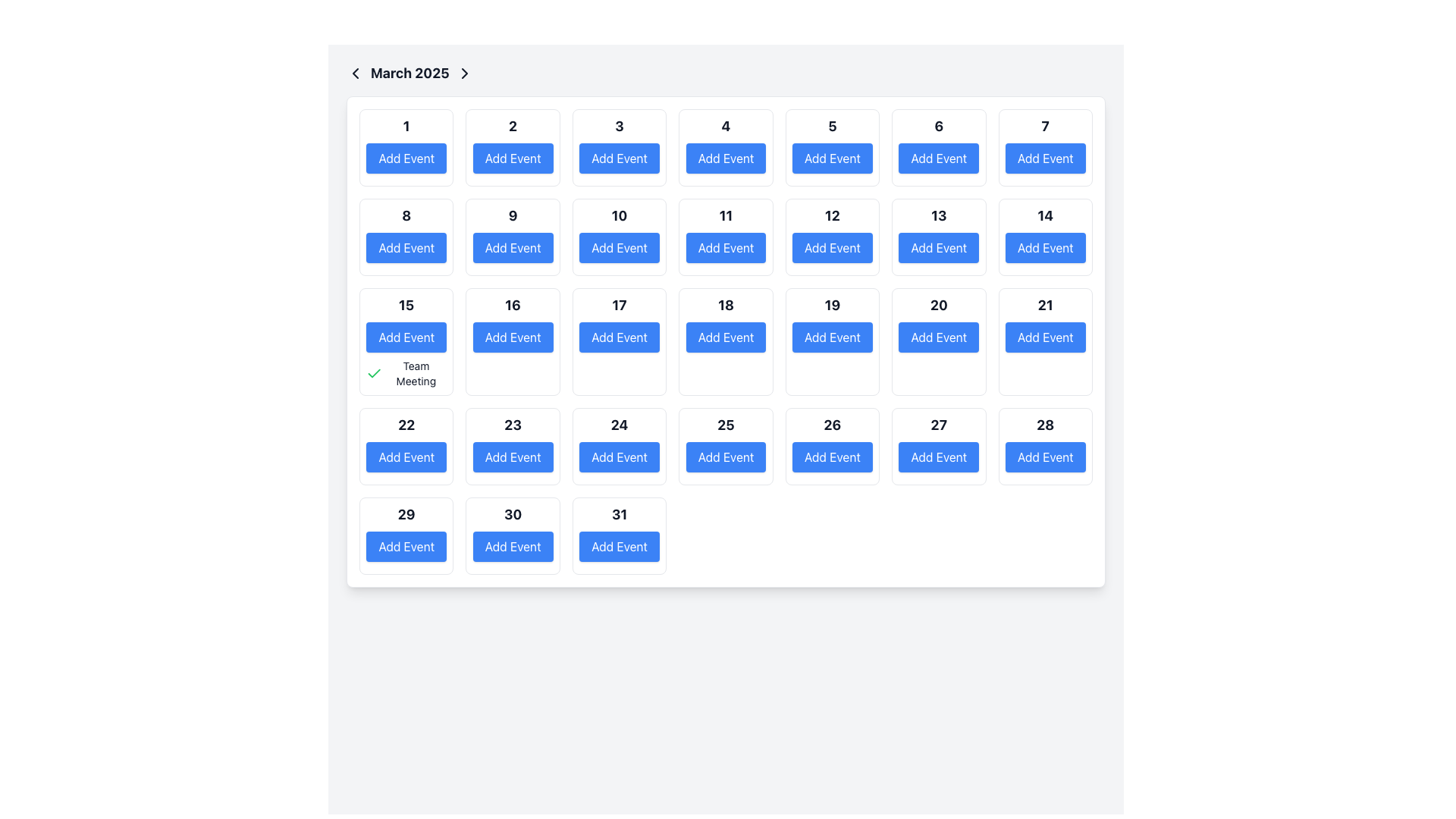 The image size is (1456, 819). What do you see at coordinates (725, 305) in the screenshot?
I see `the bold, large-sized static text displaying the number '18' located in the March 18 calendar cell, positioned above the 'Add Event' button` at bounding box center [725, 305].